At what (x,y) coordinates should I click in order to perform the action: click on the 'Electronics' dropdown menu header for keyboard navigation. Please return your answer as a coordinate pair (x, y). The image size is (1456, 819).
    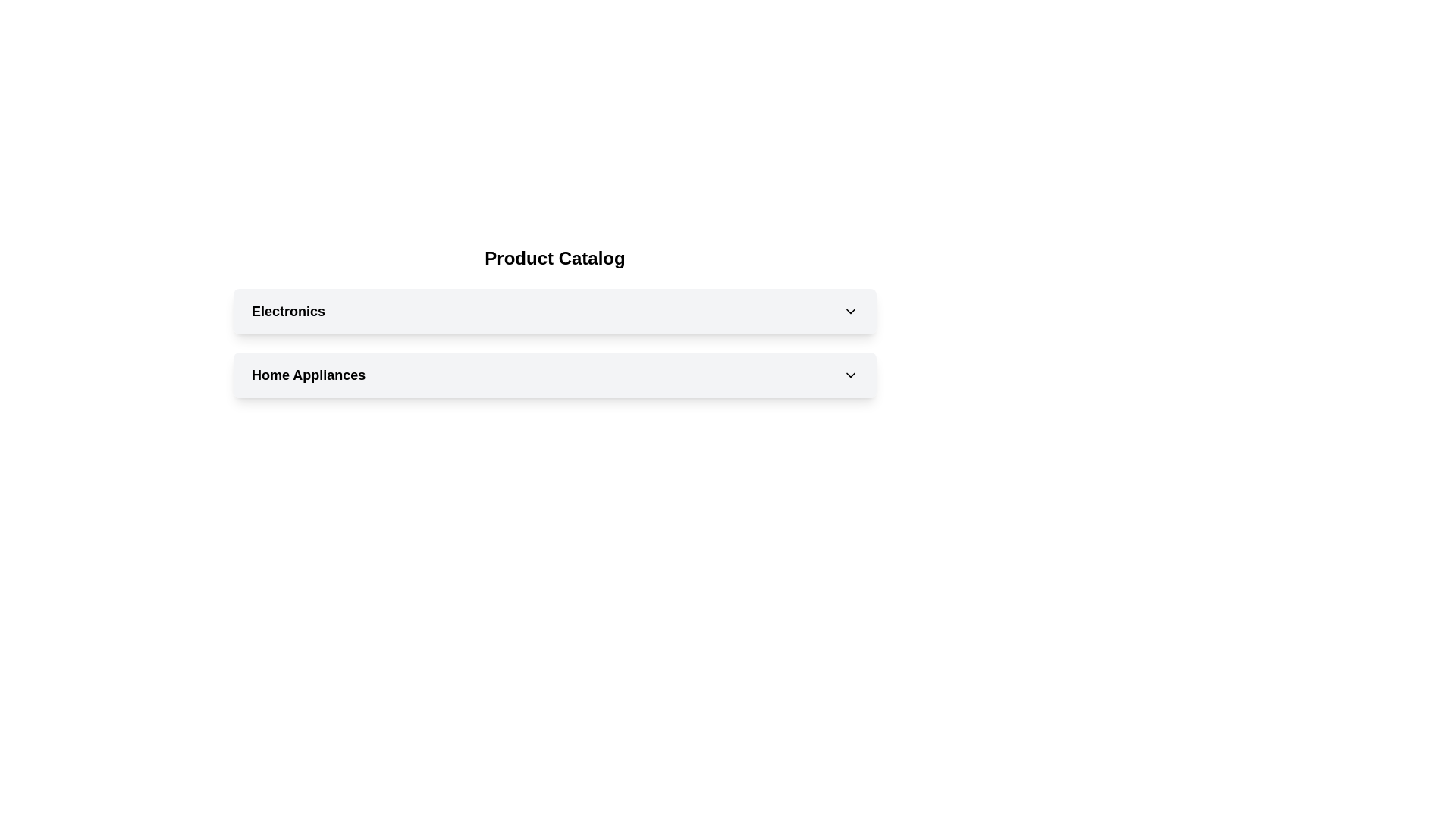
    Looking at the image, I should click on (554, 311).